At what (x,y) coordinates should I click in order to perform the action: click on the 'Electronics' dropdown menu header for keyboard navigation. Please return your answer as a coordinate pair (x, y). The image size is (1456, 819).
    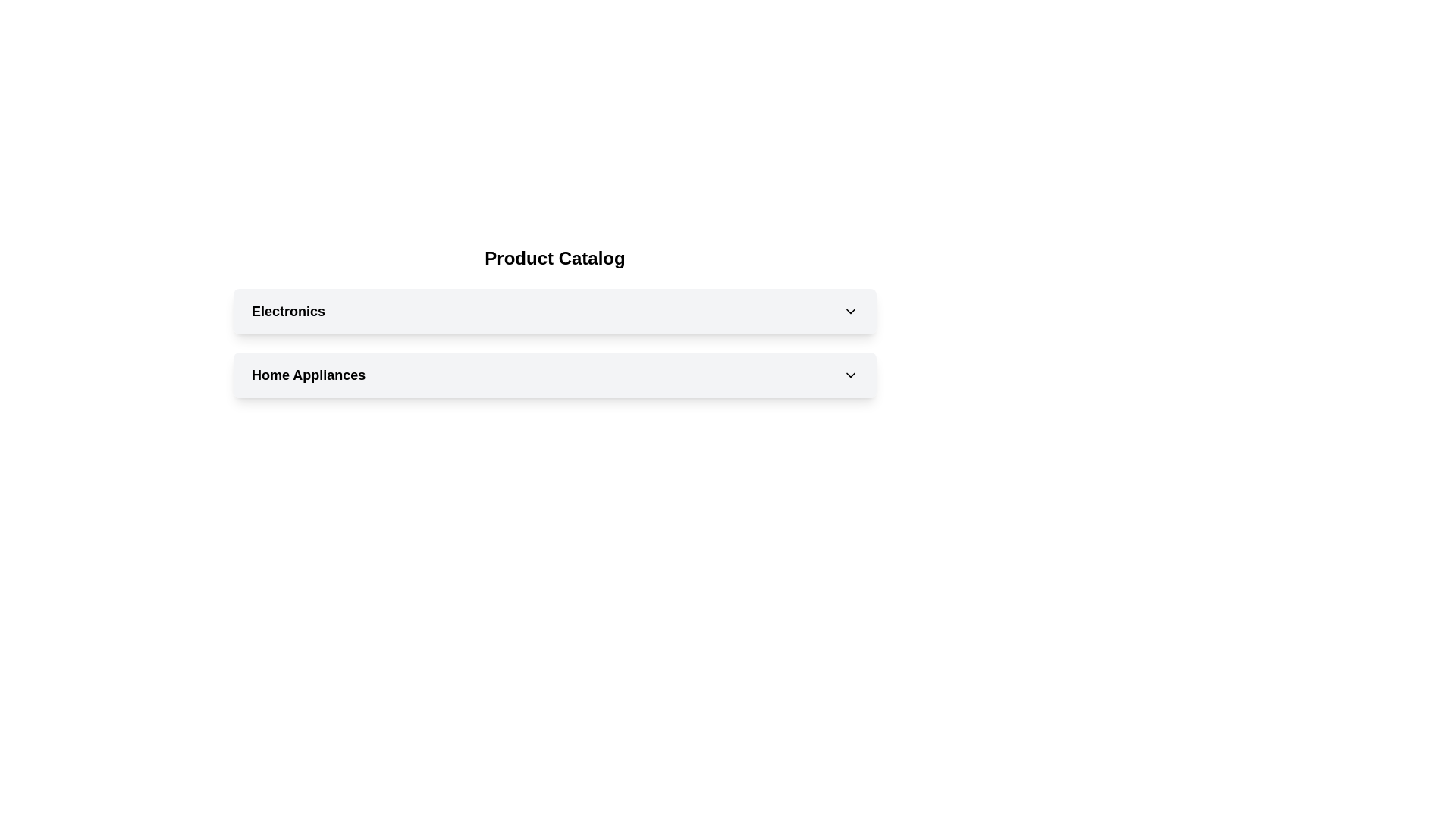
    Looking at the image, I should click on (554, 311).